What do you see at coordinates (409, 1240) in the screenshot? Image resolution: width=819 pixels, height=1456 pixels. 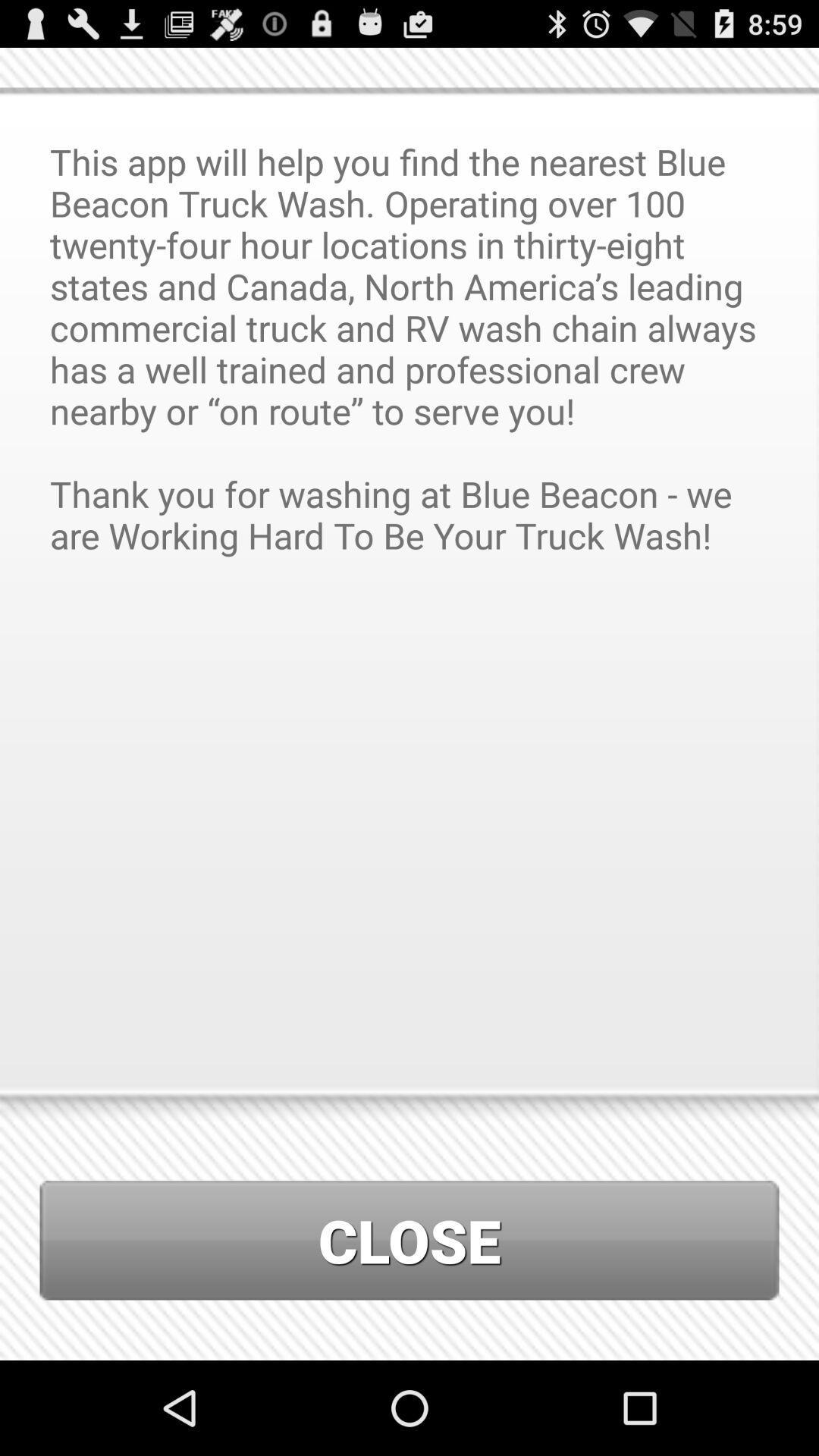 I see `the close at the bottom` at bounding box center [409, 1240].